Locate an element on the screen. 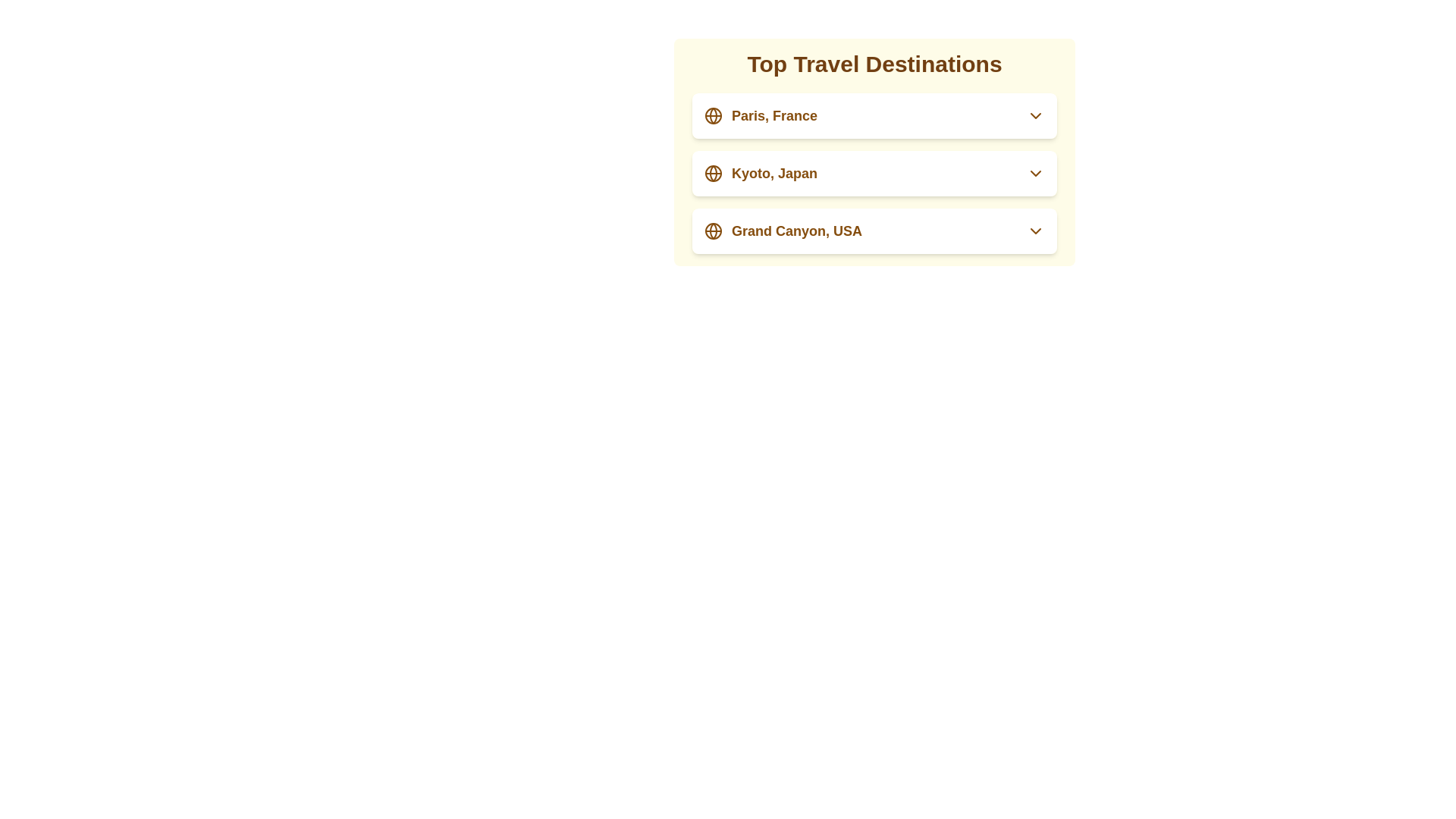  the decorative icon representing 'location' or 'world travel' next to the text 'Grand Canyon, USA' in the 'Top Travel Destinations' section is located at coordinates (712, 231).